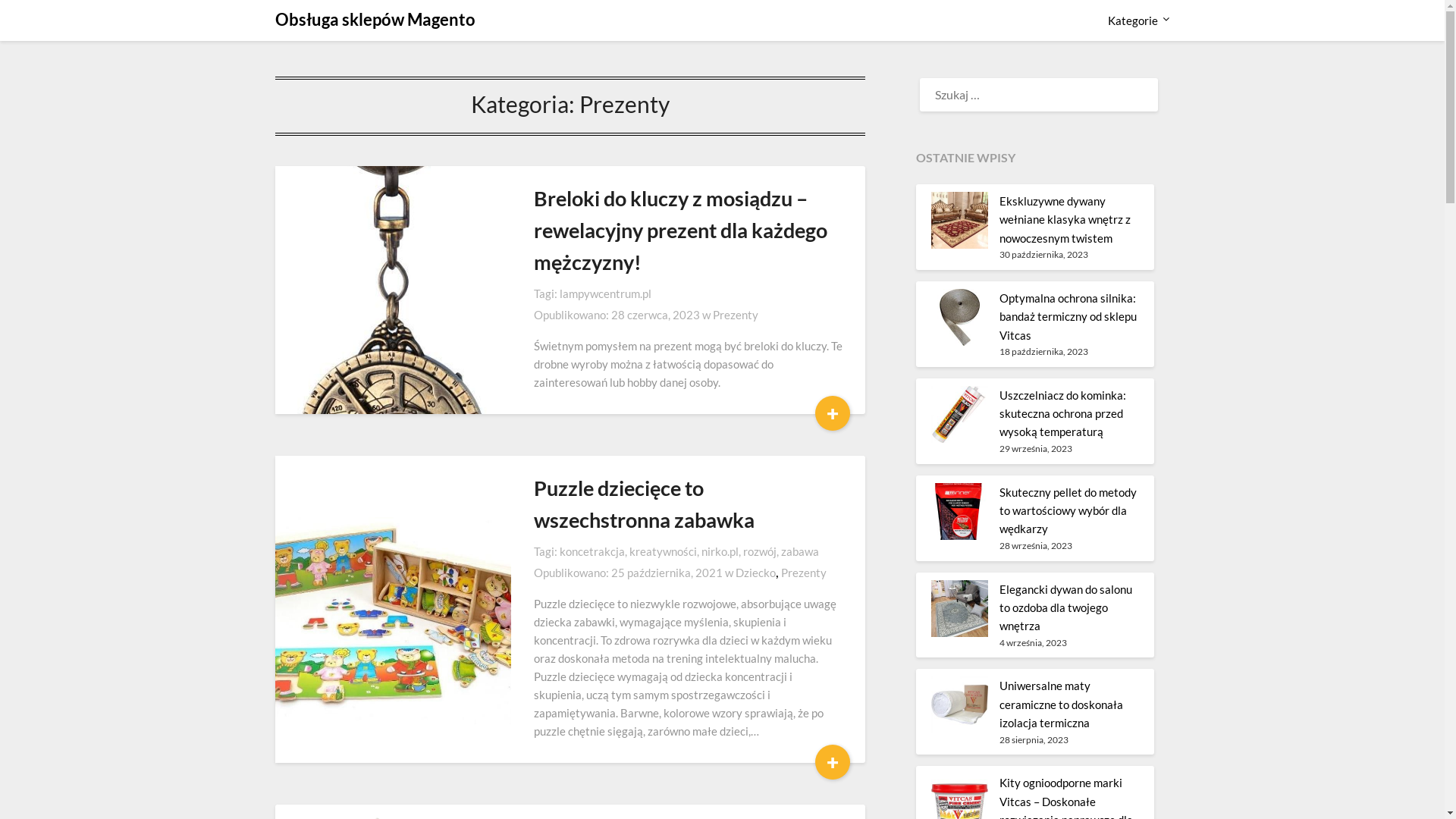 The width and height of the screenshot is (1456, 819). Describe the element at coordinates (1131, 20) in the screenshot. I see `'Kategorie'` at that location.